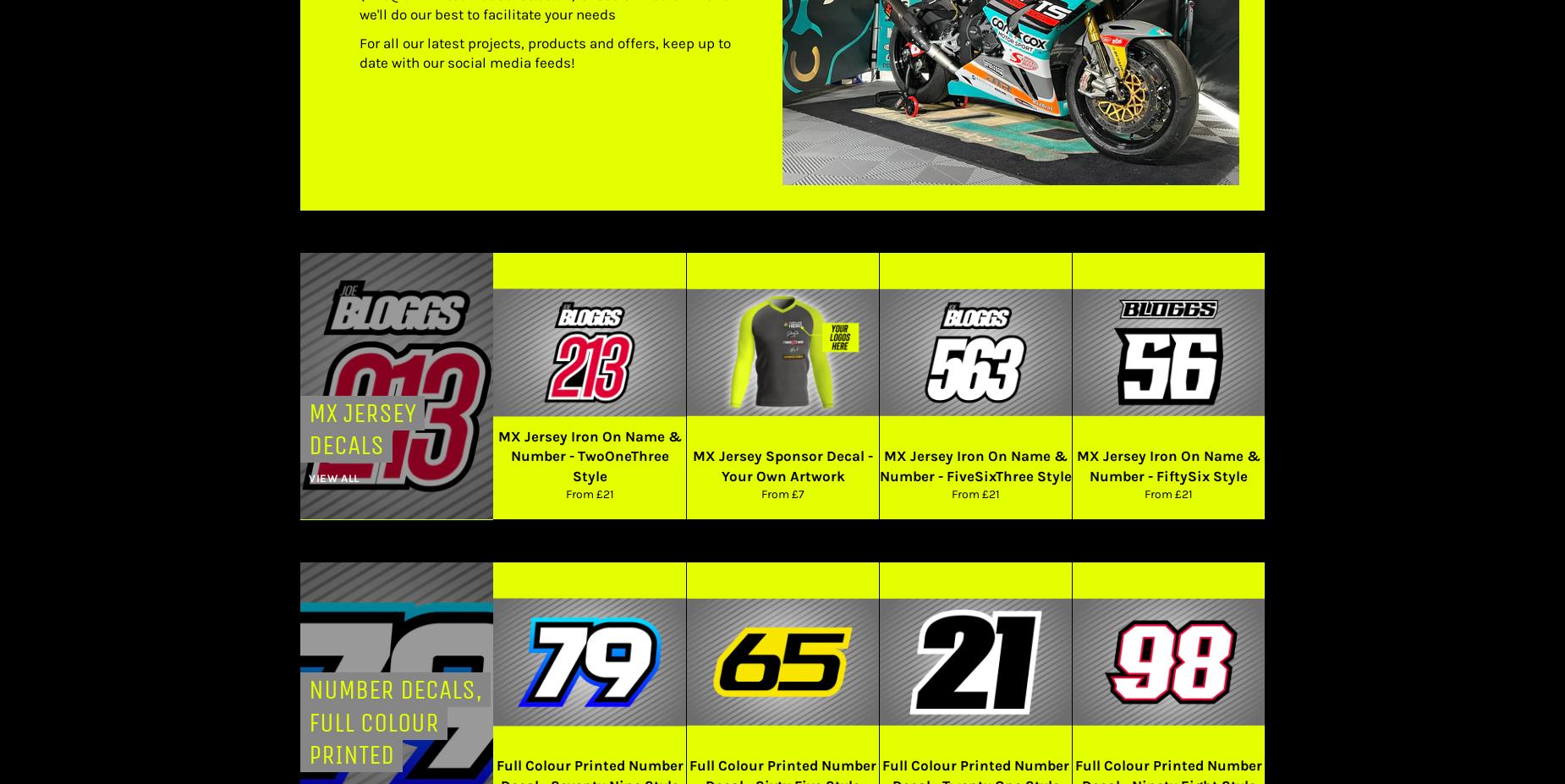  What do you see at coordinates (975, 465) in the screenshot?
I see `'MX Jersey Iron On Name & Number - FiveSixThree Style'` at bounding box center [975, 465].